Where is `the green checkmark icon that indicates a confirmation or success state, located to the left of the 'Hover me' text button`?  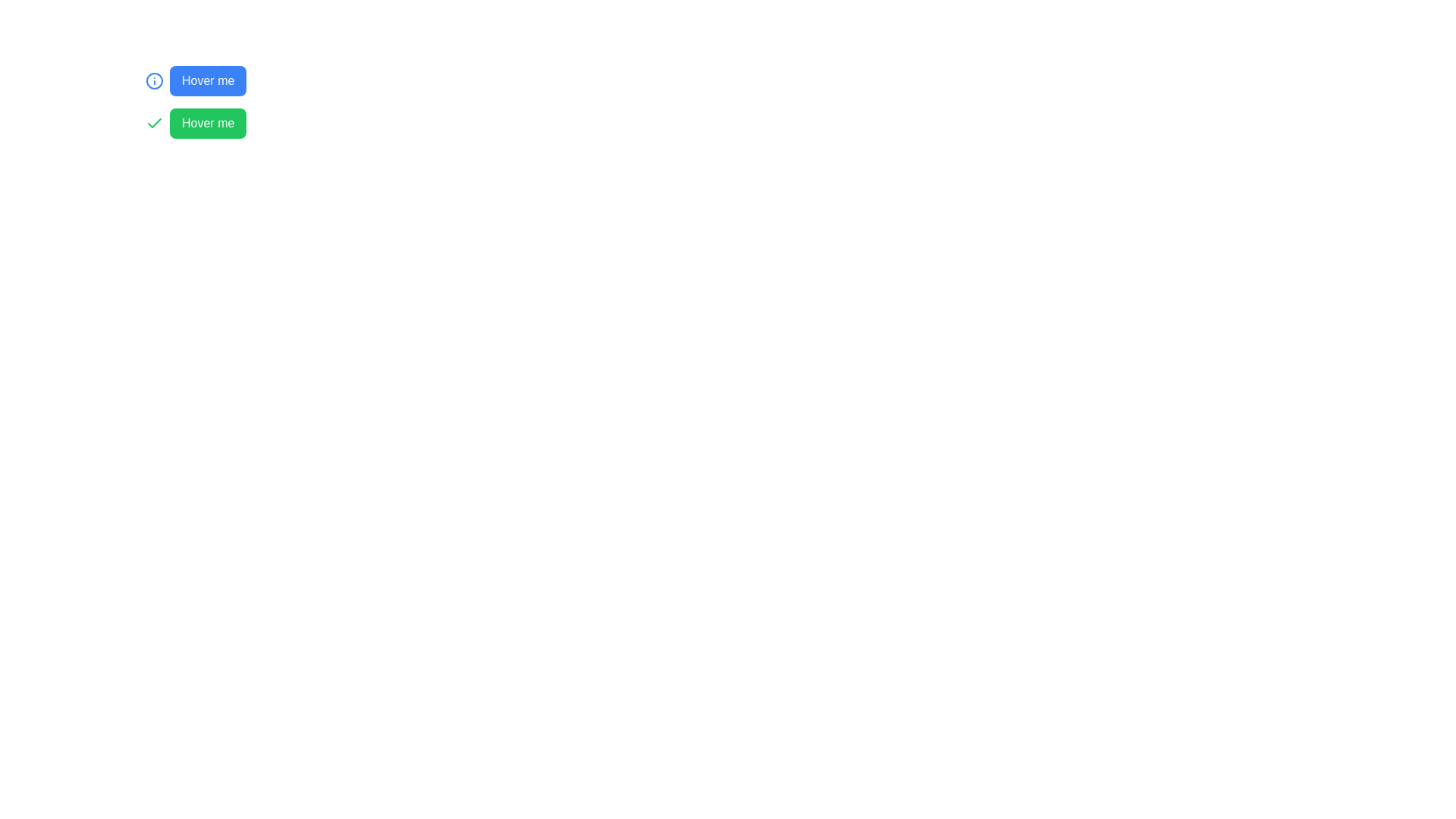
the green checkmark icon that indicates a confirmation or success state, located to the left of the 'Hover me' text button is located at coordinates (154, 122).